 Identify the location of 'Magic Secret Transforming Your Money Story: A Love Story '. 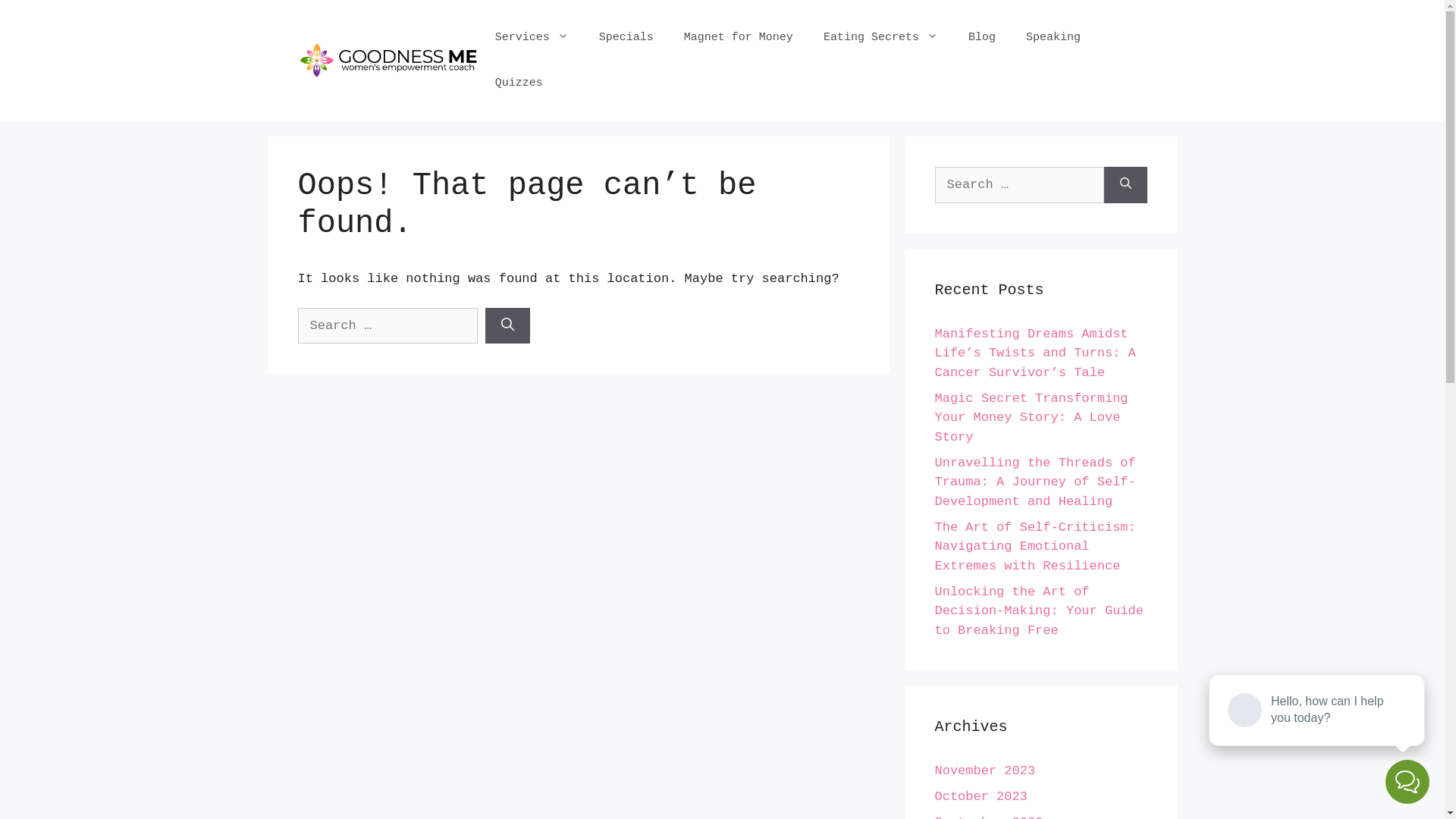
(1031, 418).